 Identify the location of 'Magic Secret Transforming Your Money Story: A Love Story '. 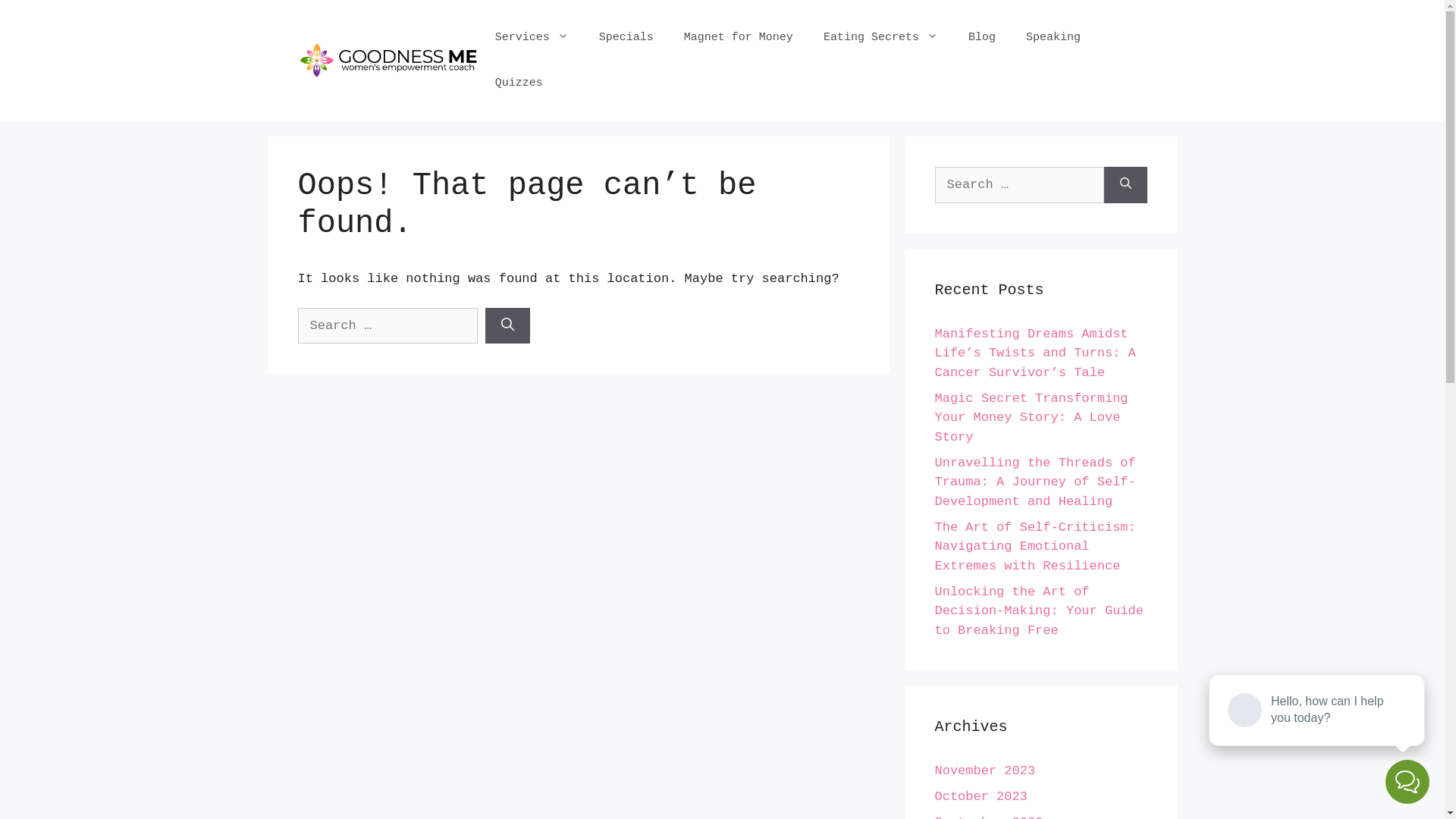
(1031, 418).